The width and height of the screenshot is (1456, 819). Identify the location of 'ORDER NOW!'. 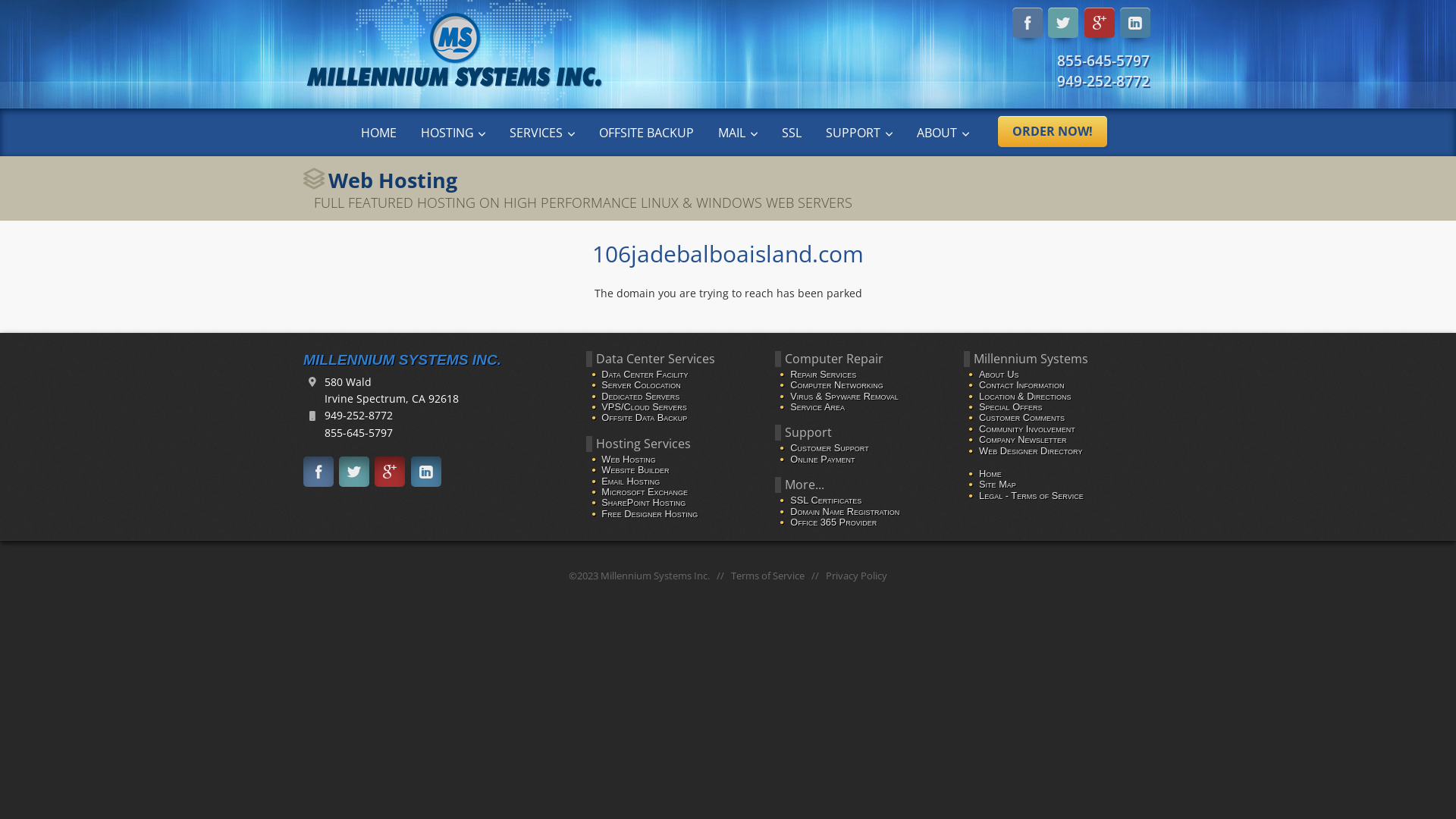
(1051, 130).